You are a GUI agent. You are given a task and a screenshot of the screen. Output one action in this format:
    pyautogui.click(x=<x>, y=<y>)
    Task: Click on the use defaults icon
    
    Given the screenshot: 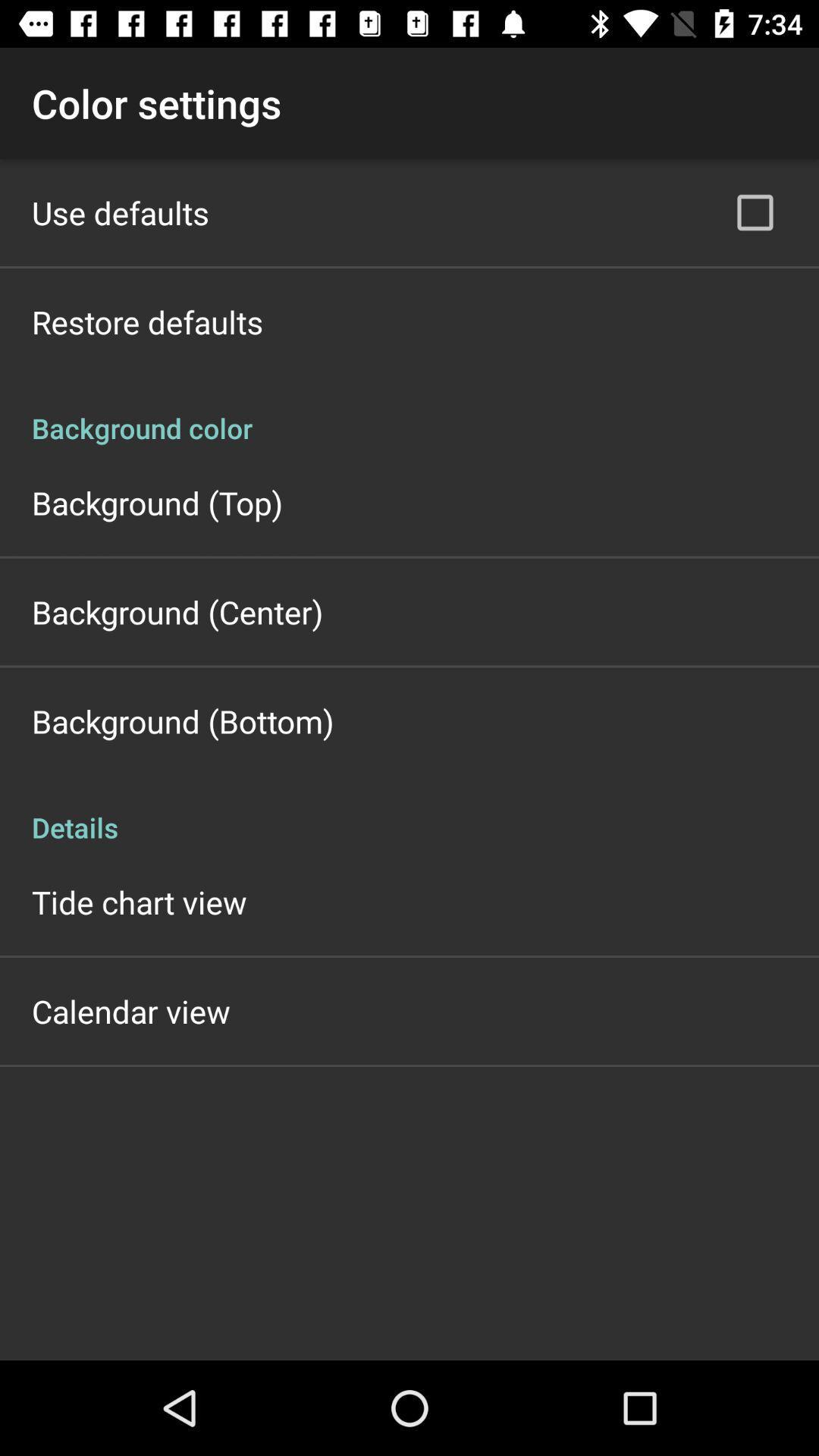 What is the action you would take?
    pyautogui.click(x=119, y=212)
    